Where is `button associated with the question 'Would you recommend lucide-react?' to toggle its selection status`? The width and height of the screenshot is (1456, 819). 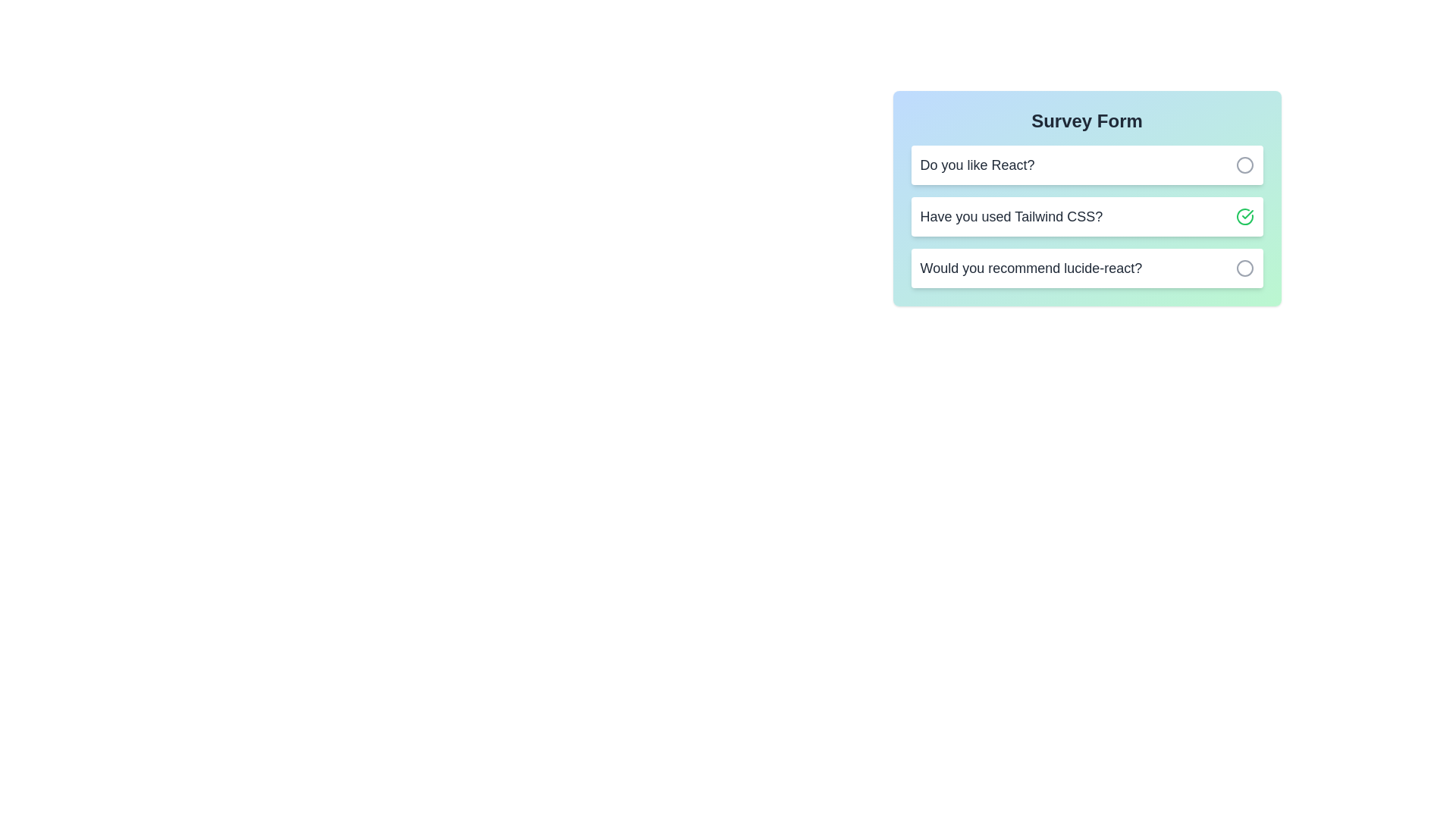 button associated with the question 'Would you recommend lucide-react?' to toggle its selection status is located at coordinates (1244, 268).